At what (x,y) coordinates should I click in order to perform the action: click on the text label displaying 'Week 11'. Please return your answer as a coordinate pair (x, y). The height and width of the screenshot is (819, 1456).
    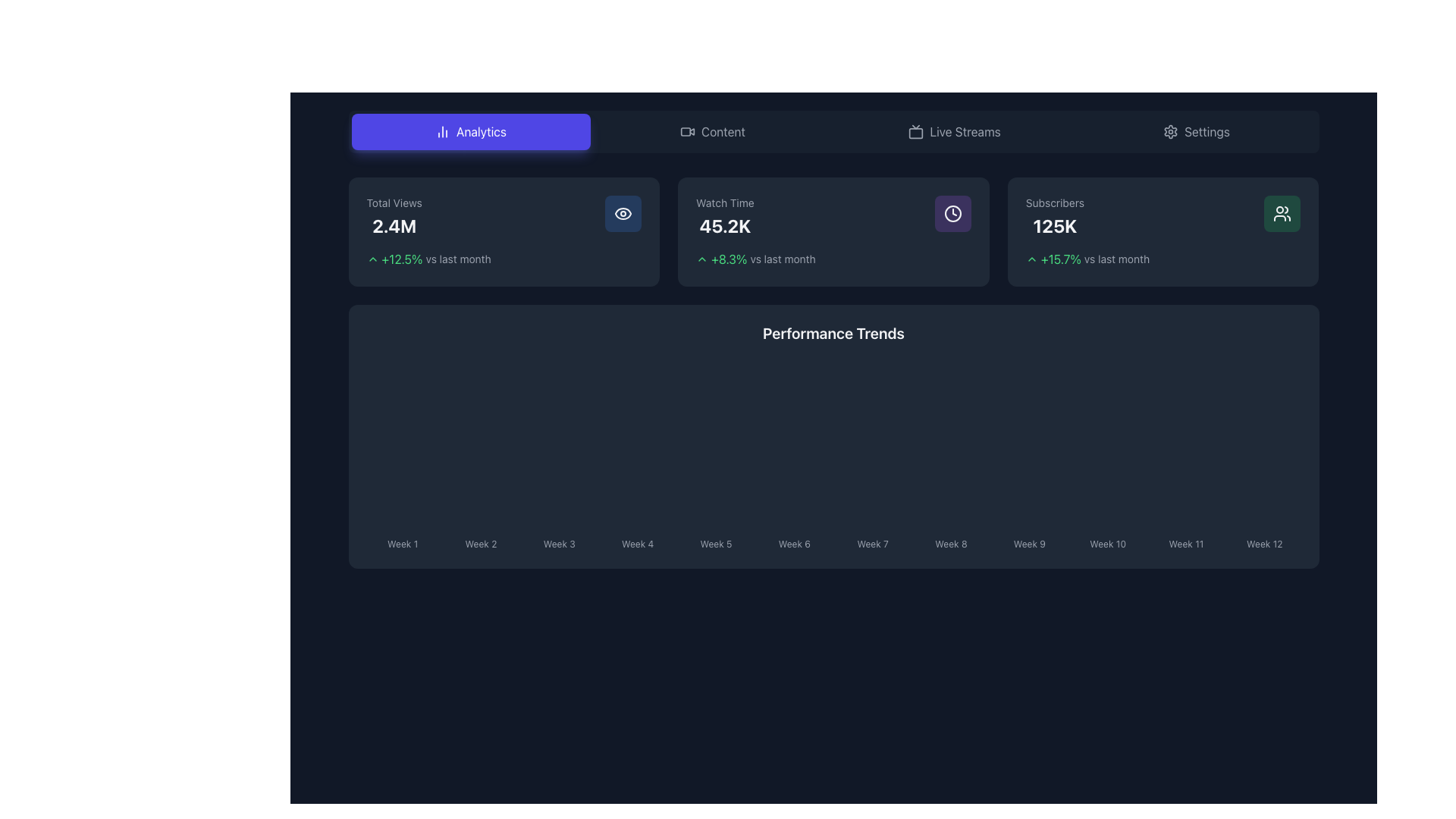
    Looking at the image, I should click on (1185, 540).